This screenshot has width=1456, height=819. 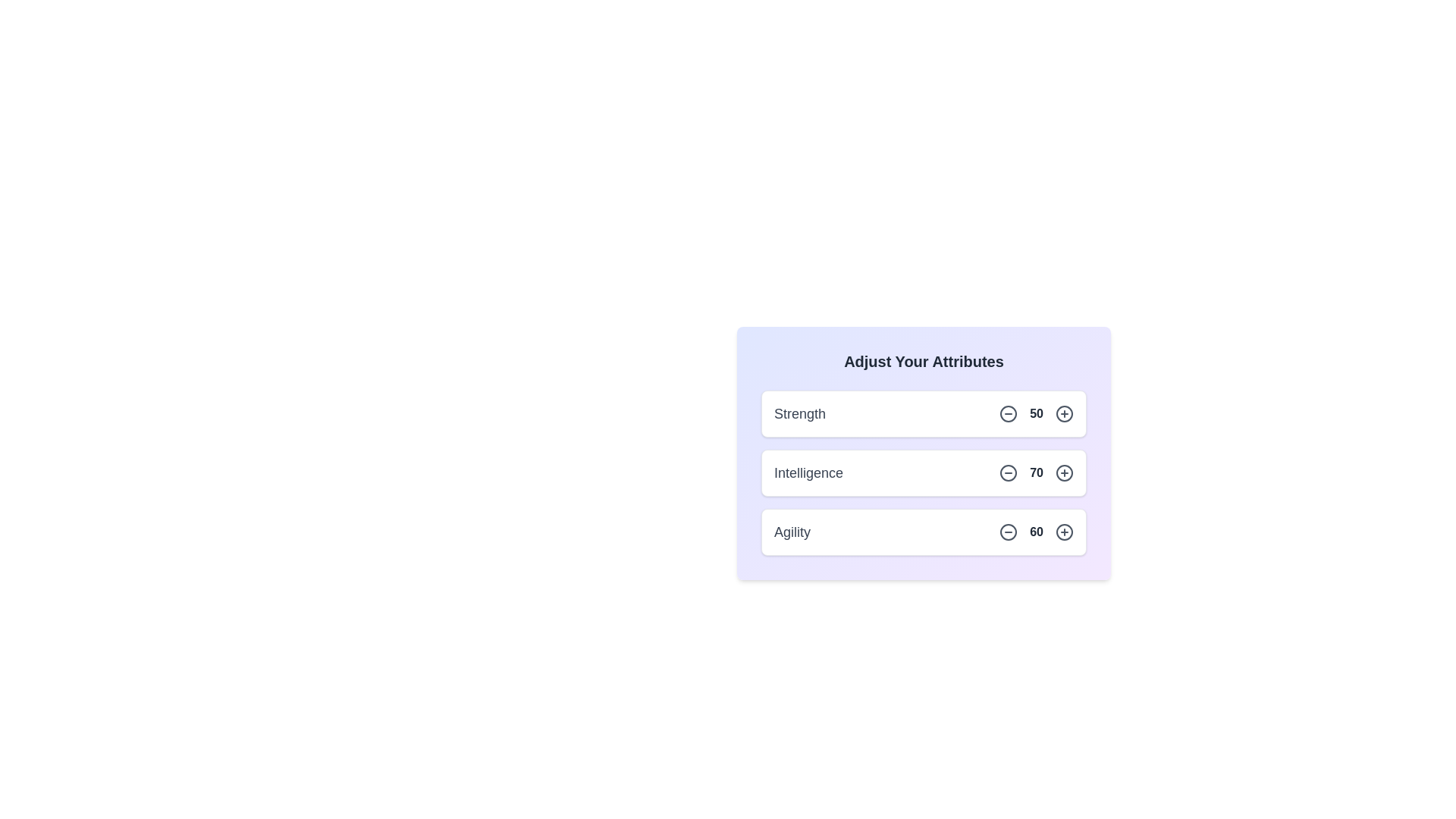 I want to click on the minus icon for the attribute Strength to decrease its value, so click(x=1009, y=414).